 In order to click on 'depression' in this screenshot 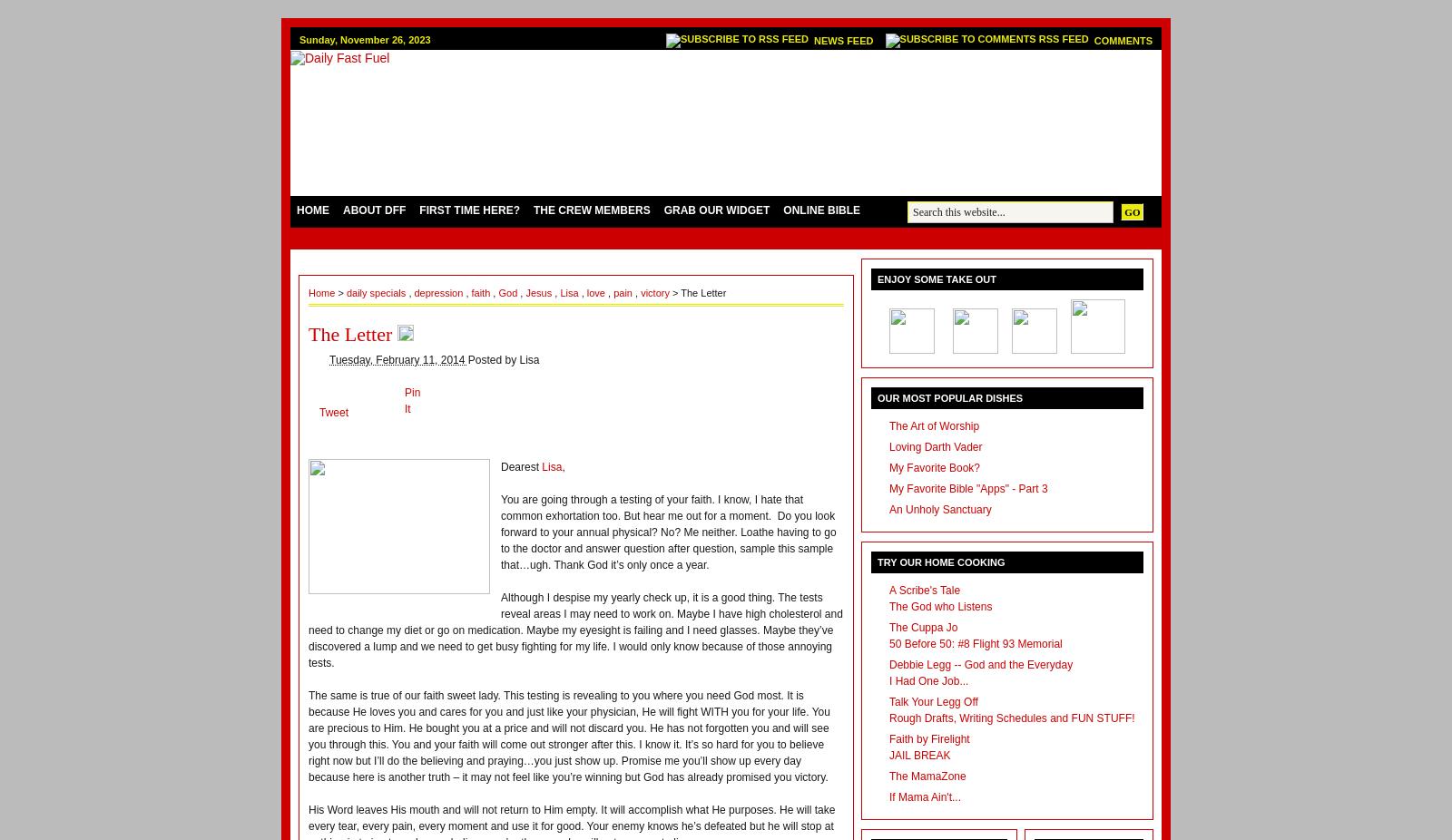, I will do `click(438, 292)`.